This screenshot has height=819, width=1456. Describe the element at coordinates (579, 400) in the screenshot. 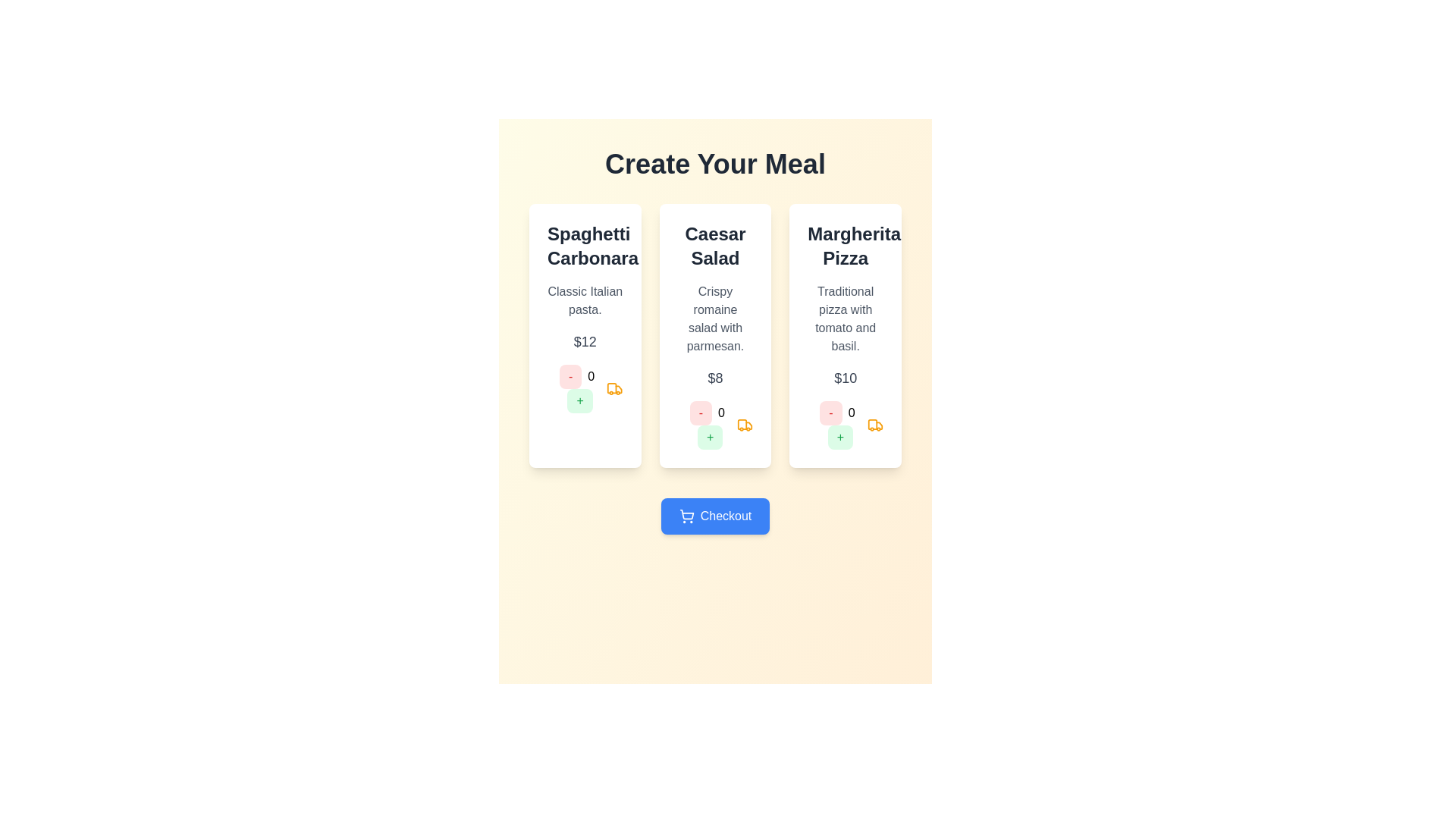

I see `the small green button with a centered '+' symbol, located below the '0' label and adjacent to the '-' button in the first card (Spaghetti Carbonara)` at that location.